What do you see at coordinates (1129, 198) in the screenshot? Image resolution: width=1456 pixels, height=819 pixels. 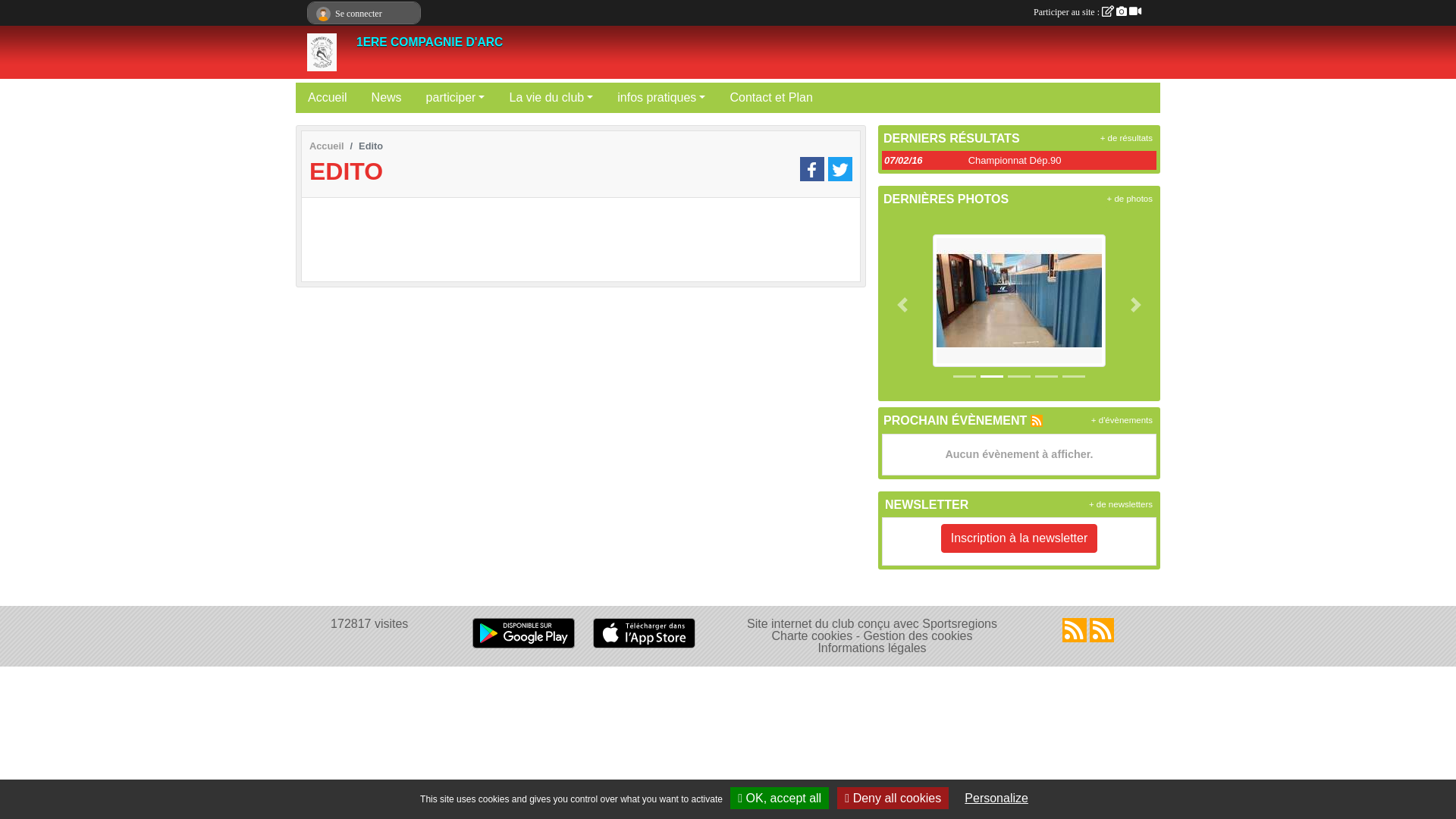 I see `'+ de photos'` at bounding box center [1129, 198].